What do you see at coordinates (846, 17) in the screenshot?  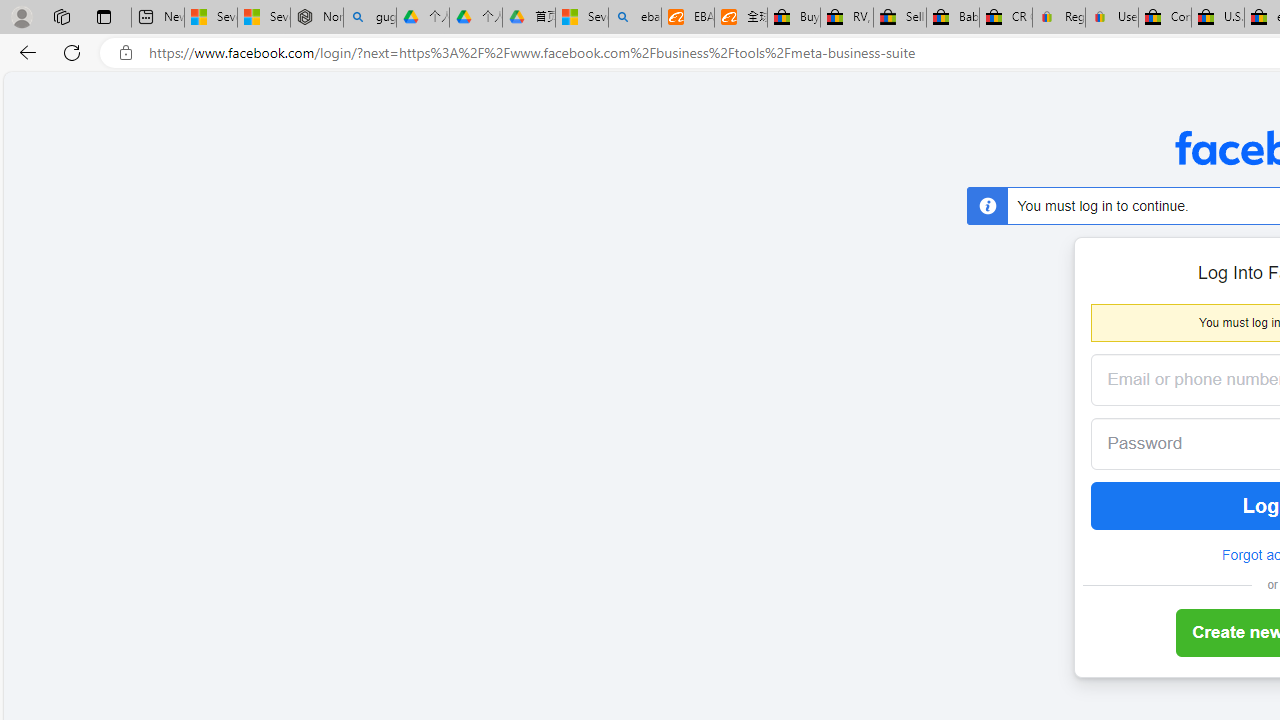 I see `'RV, Trailer & Camper Steps & Ladders for sale | eBay'` at bounding box center [846, 17].